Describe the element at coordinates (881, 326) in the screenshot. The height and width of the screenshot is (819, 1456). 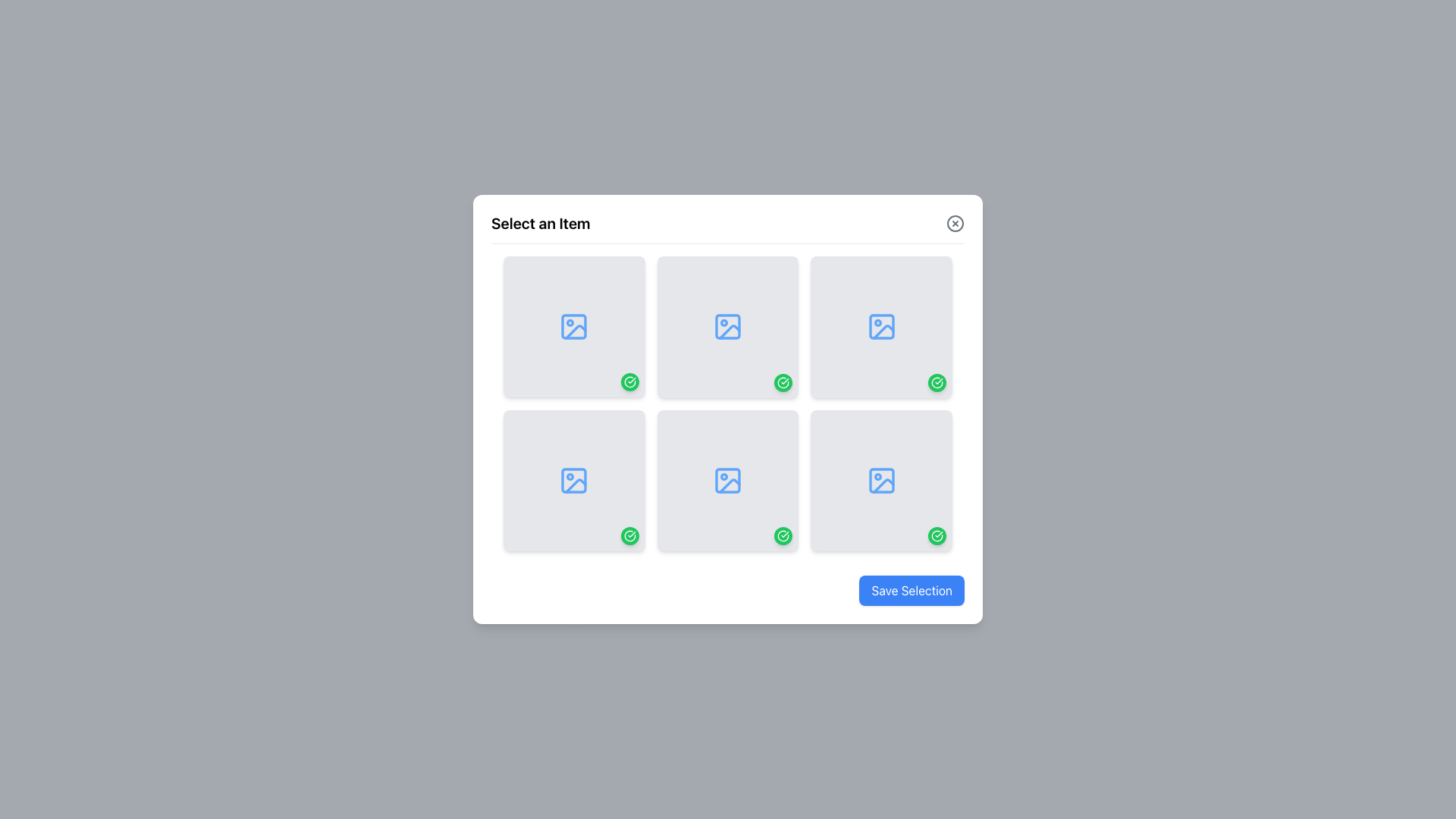
I see `the green badge on the selectable grid item that features a blue image placeholder and a white check mark inside a circle located at the bottom-right corner` at that location.